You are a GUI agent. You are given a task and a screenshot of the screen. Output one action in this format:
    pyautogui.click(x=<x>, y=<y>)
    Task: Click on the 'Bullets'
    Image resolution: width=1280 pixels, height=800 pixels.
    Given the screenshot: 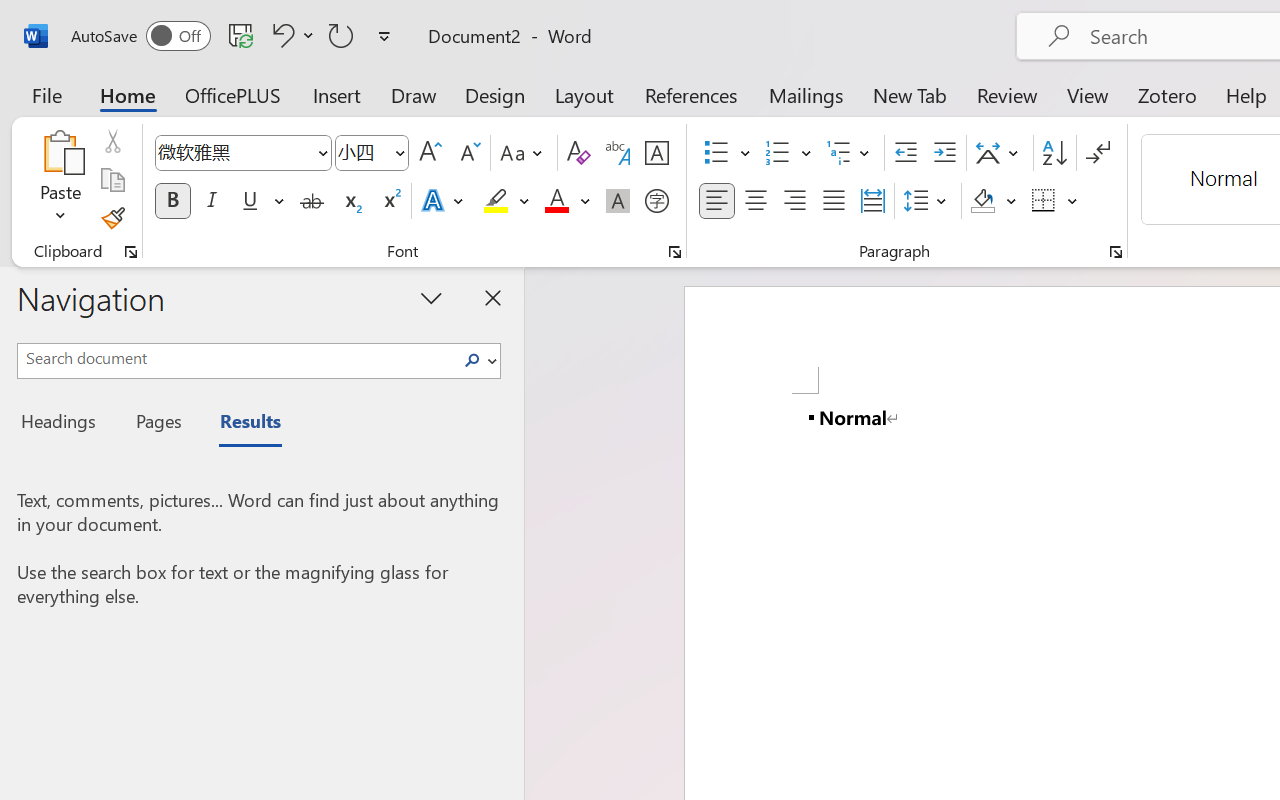 What is the action you would take?
    pyautogui.click(x=716, y=153)
    